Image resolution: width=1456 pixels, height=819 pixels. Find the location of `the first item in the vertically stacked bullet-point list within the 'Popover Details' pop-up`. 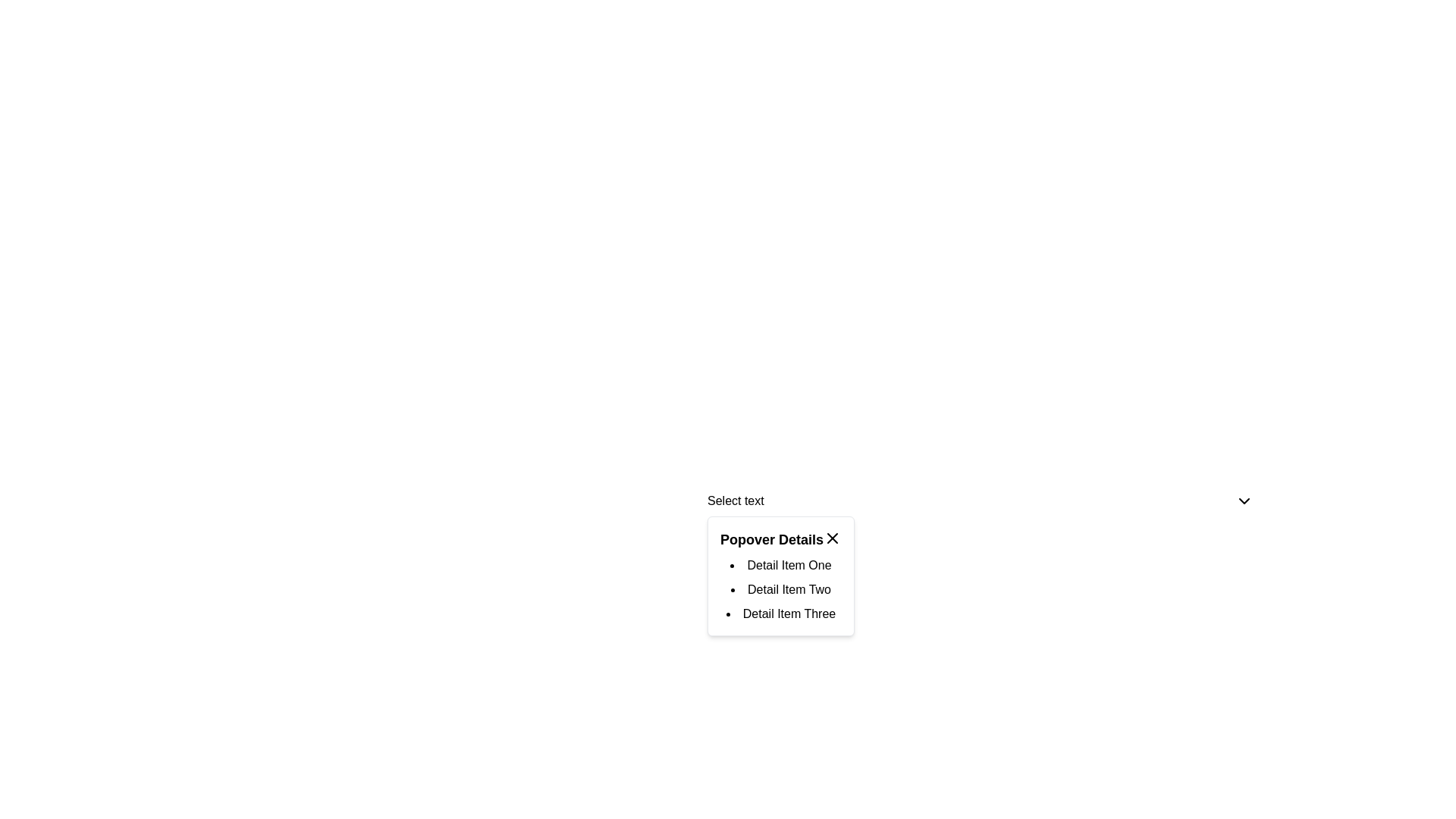

the first item in the vertically stacked bullet-point list within the 'Popover Details' pop-up is located at coordinates (781, 565).